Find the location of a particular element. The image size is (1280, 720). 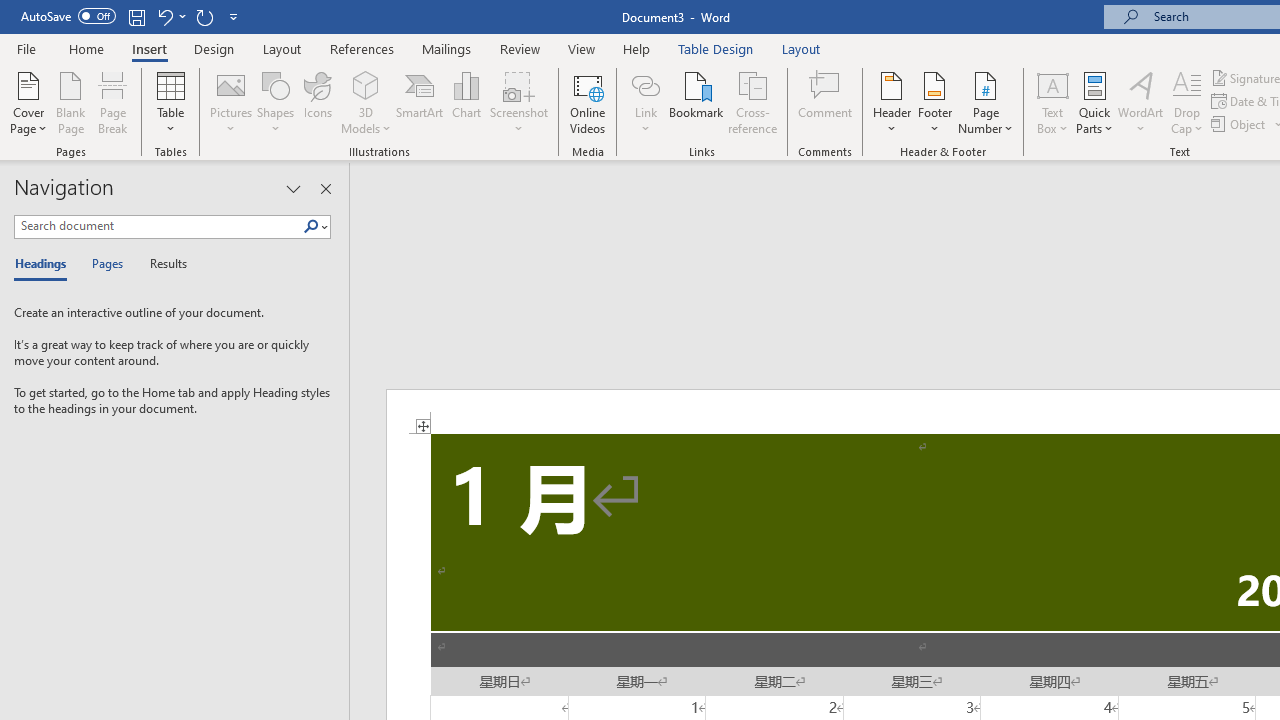

'Page Break' is located at coordinates (112, 103).